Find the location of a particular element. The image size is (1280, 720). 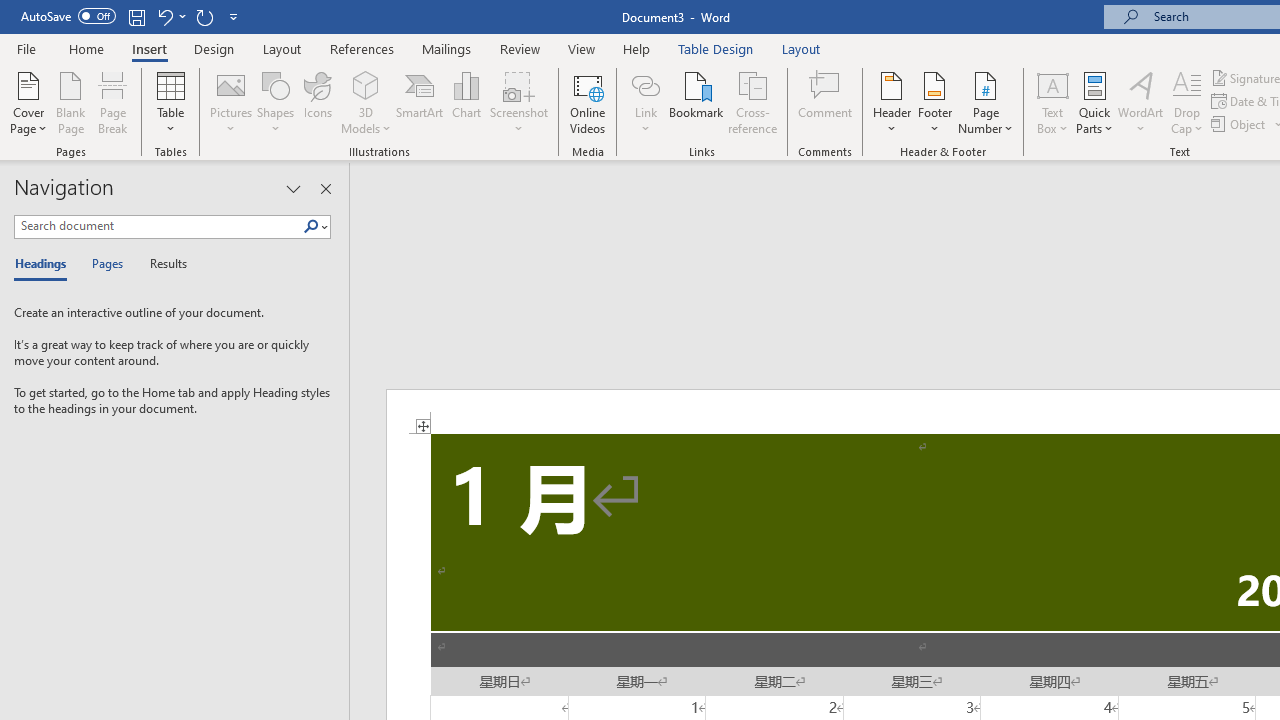

'Page Break' is located at coordinates (112, 103).